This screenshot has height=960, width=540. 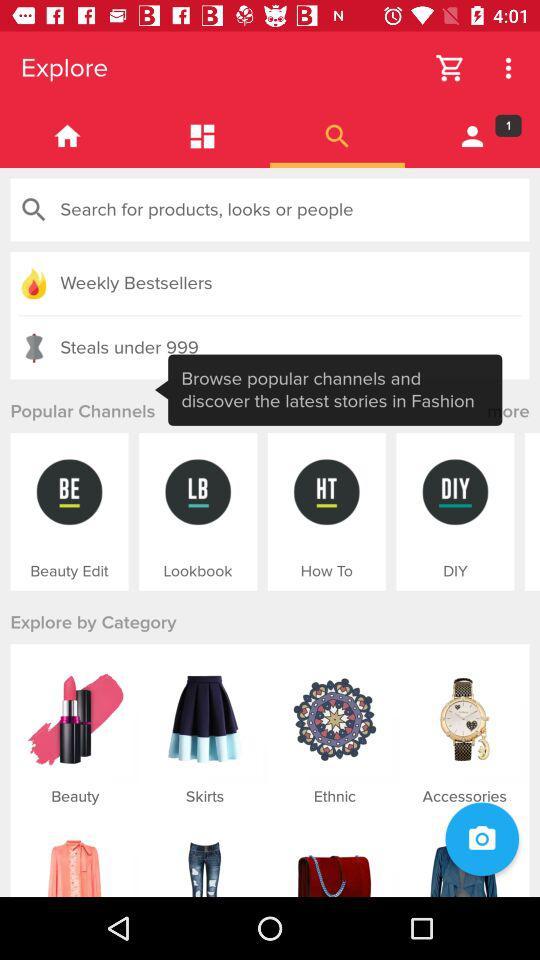 I want to click on homepage, so click(x=67, y=135).